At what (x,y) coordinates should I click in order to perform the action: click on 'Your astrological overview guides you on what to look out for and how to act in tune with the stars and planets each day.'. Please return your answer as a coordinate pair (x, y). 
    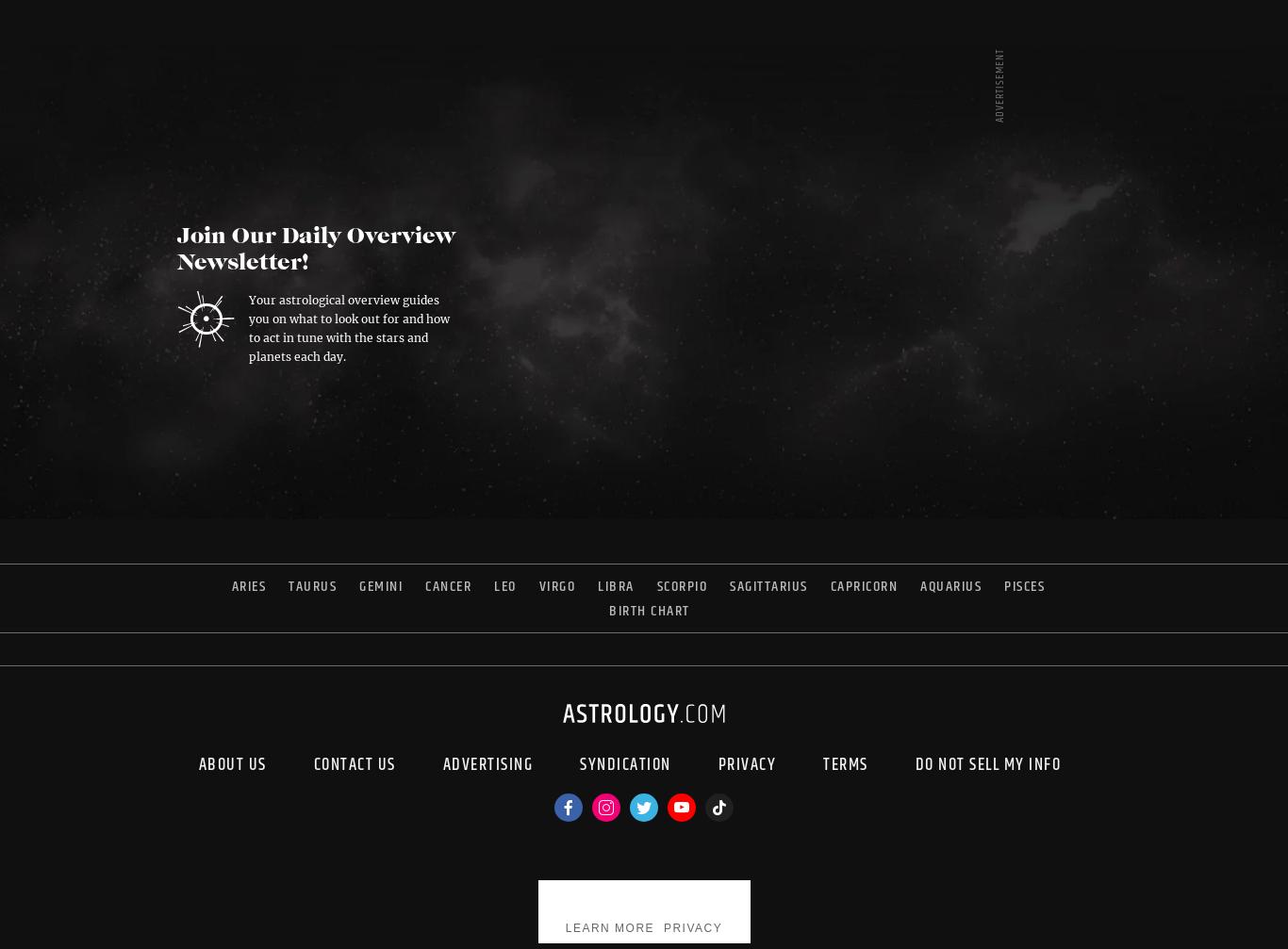
    Looking at the image, I should click on (249, 327).